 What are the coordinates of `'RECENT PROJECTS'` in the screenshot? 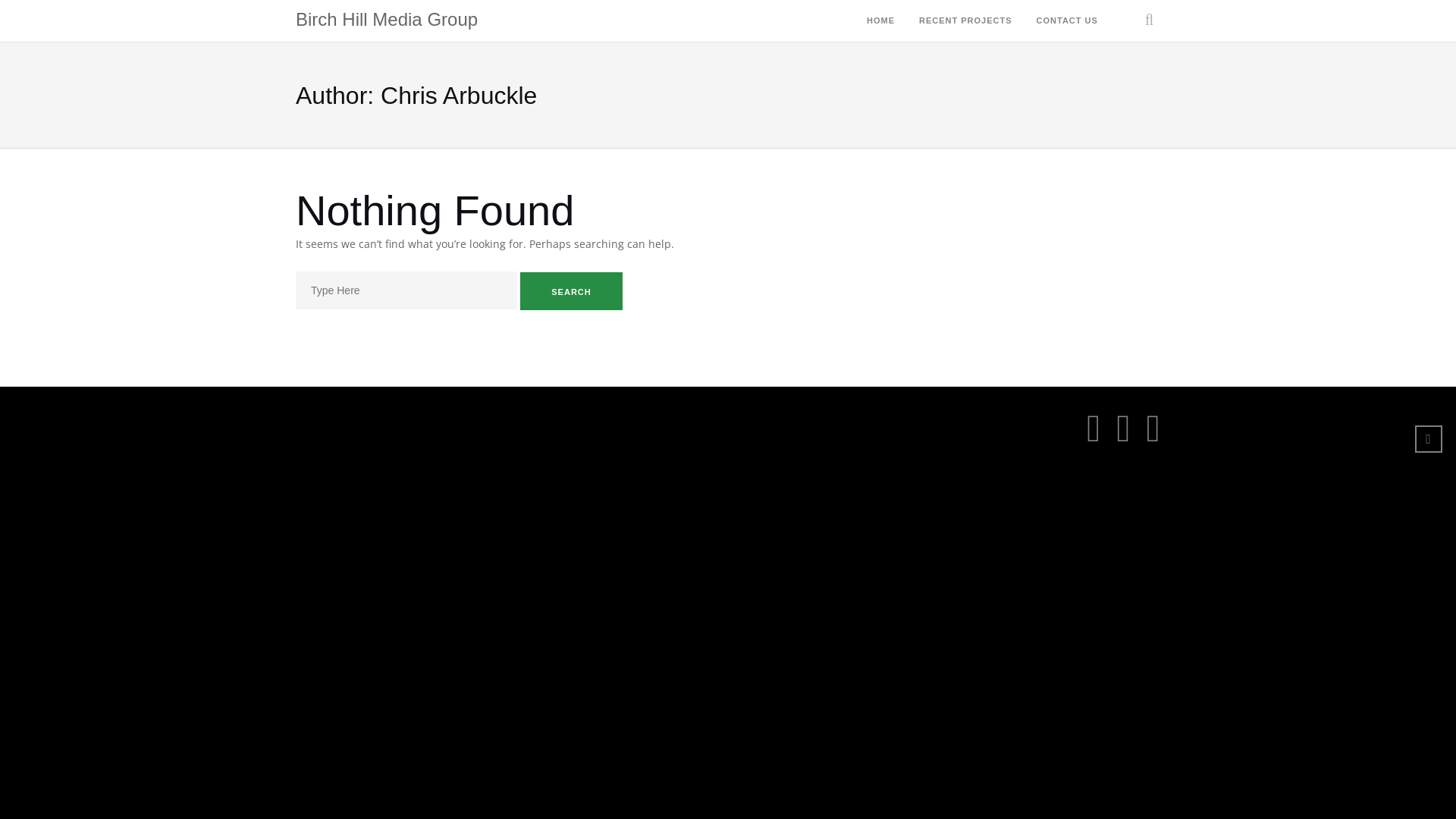 It's located at (965, 21).